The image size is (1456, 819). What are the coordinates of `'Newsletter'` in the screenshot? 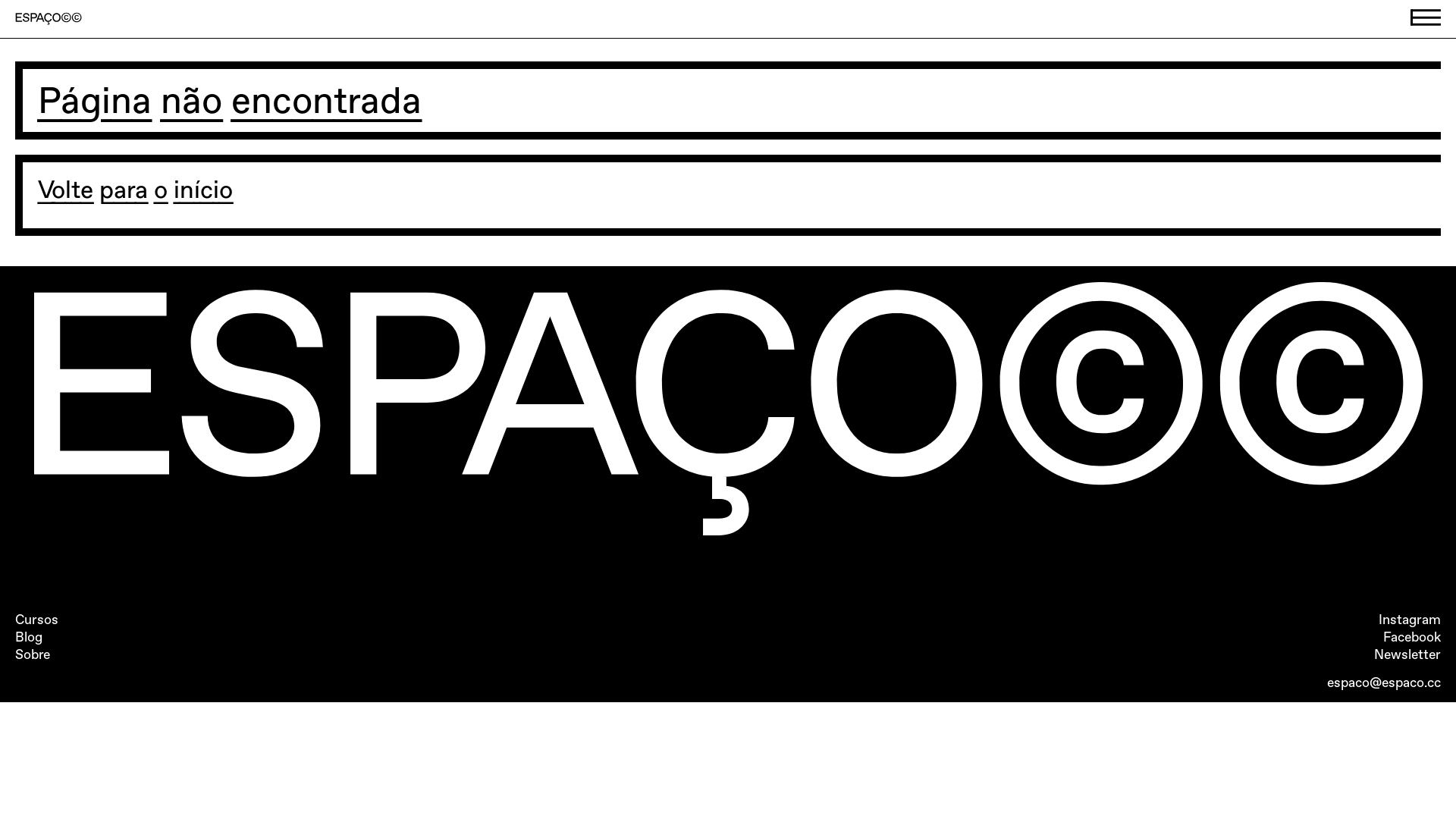 It's located at (1407, 654).